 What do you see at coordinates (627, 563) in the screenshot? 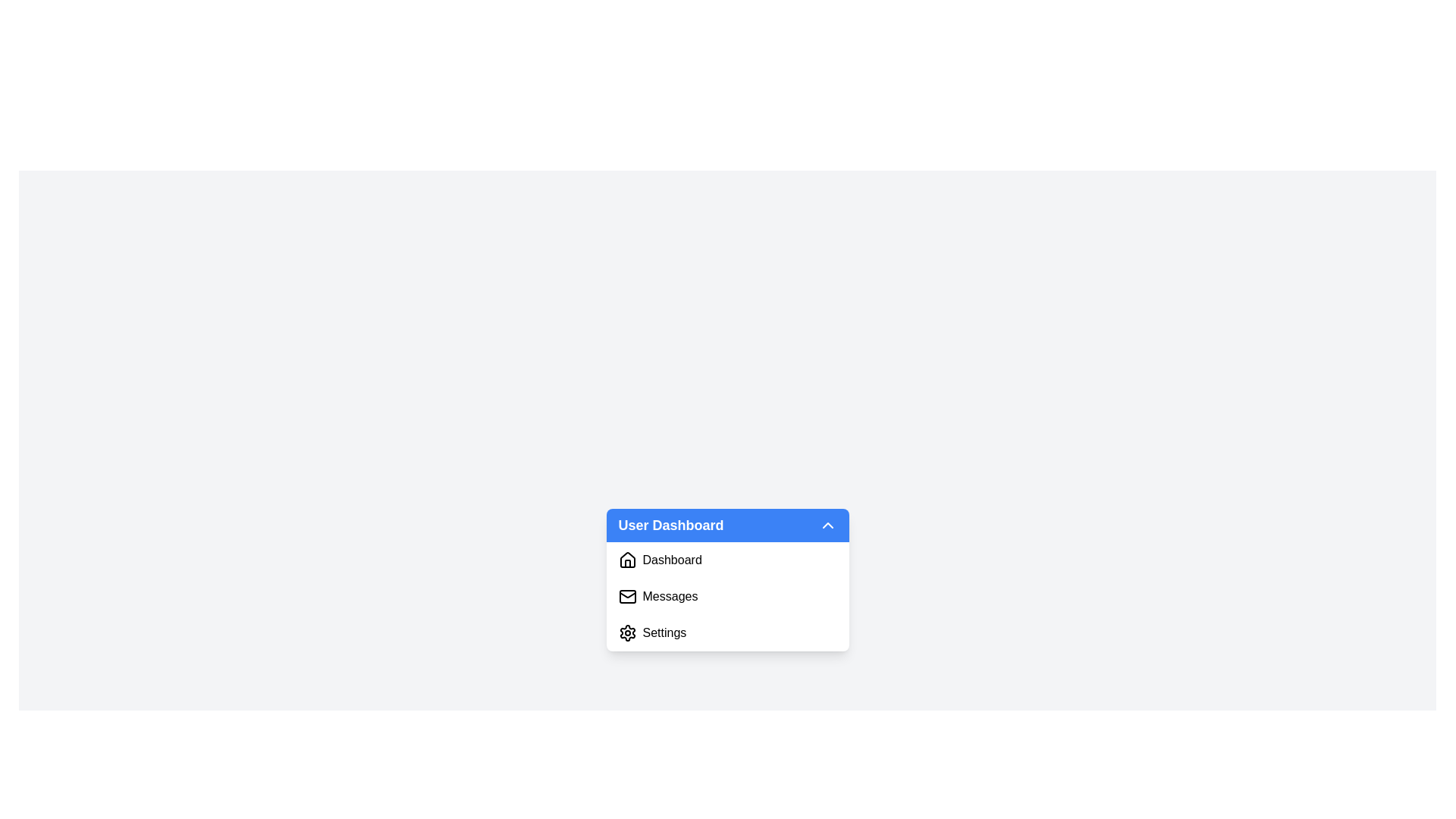
I see `the bottom part of the house icon in the navigation menu under the 'Dashboard' option` at bounding box center [627, 563].